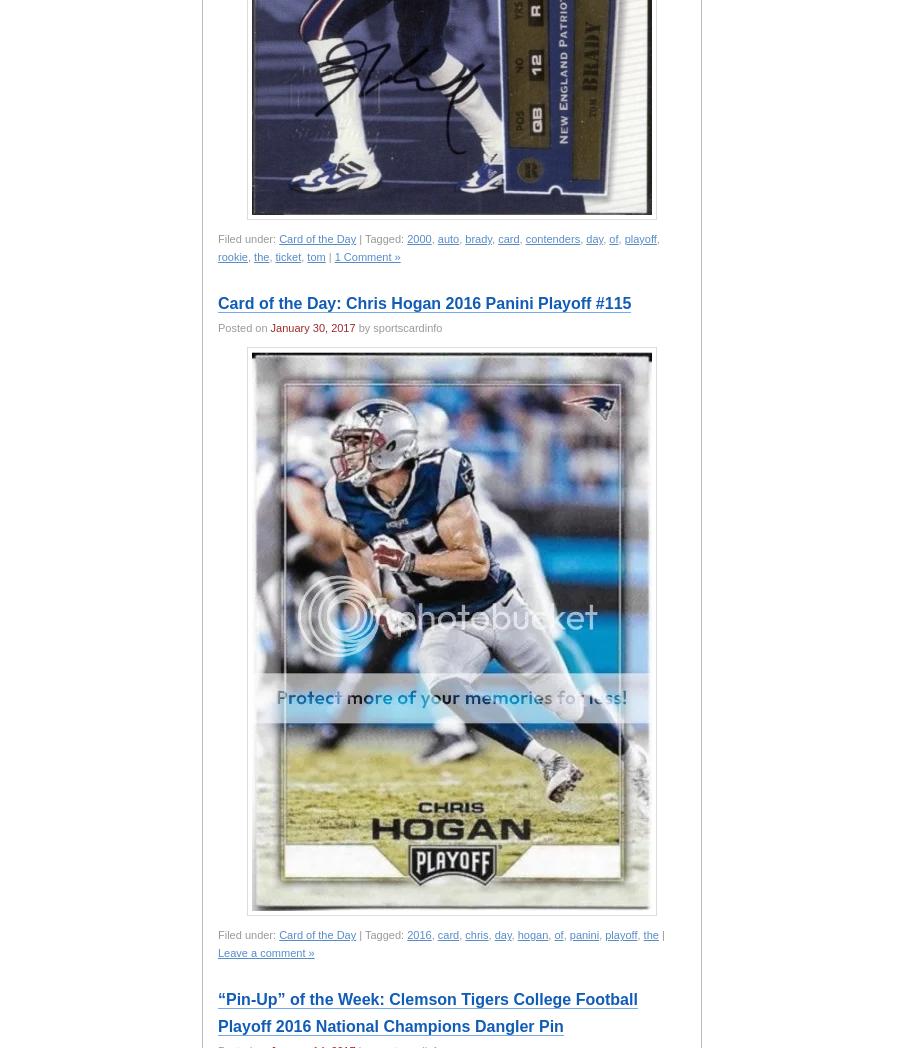  What do you see at coordinates (516, 935) in the screenshot?
I see `'hogan'` at bounding box center [516, 935].